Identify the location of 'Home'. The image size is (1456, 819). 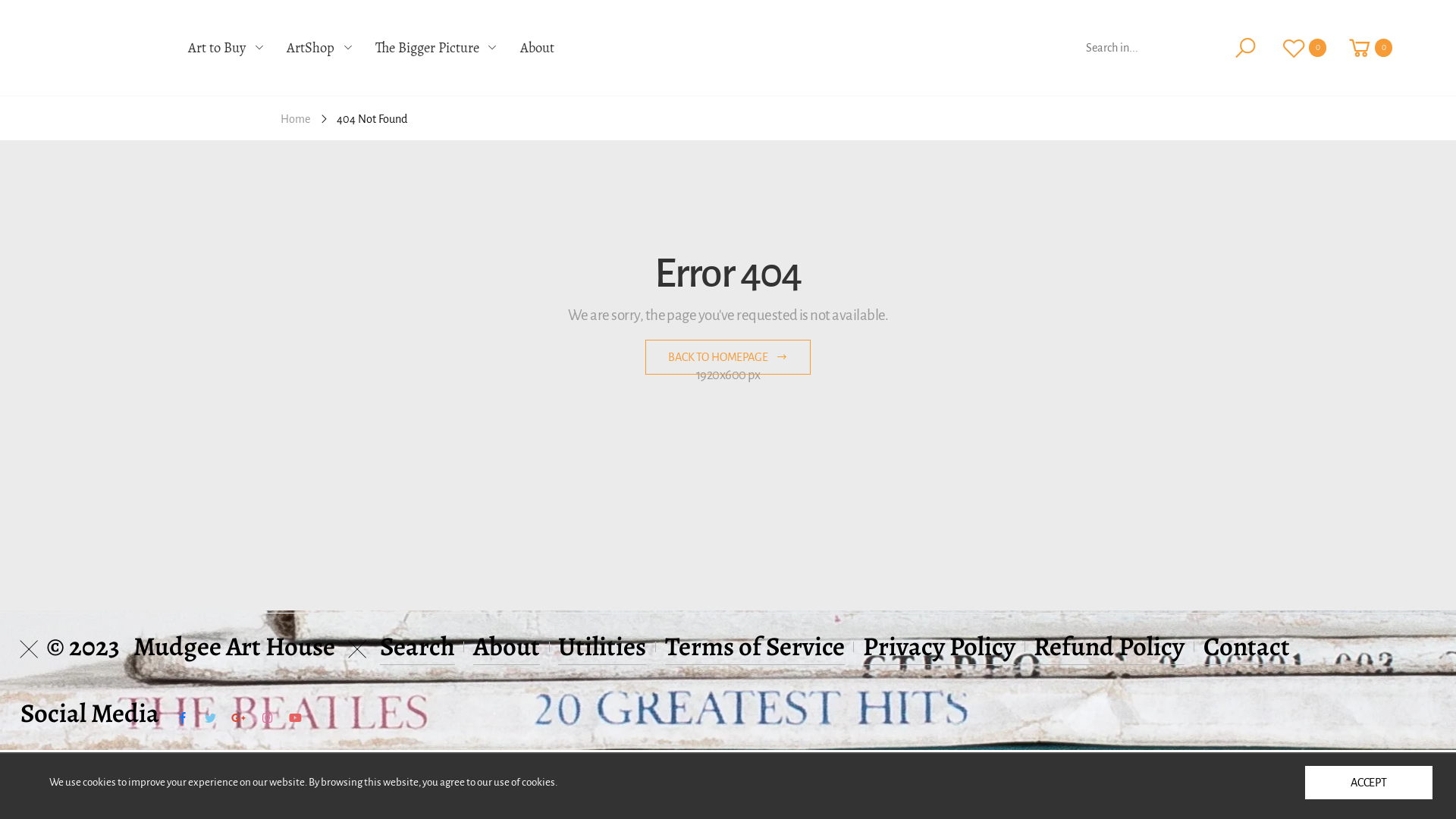
(295, 118).